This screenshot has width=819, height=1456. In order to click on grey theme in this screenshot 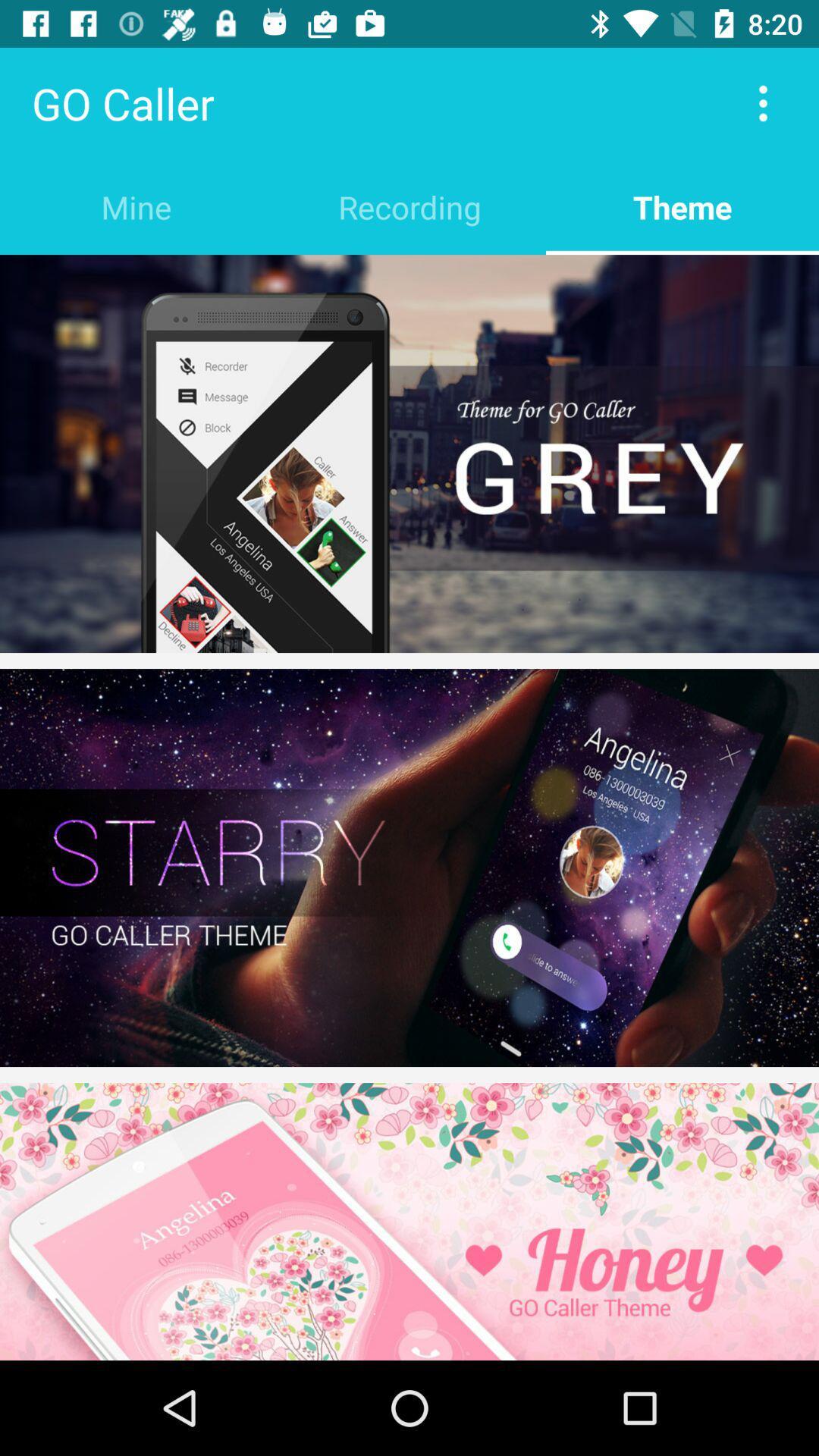, I will do `click(409, 453)`.